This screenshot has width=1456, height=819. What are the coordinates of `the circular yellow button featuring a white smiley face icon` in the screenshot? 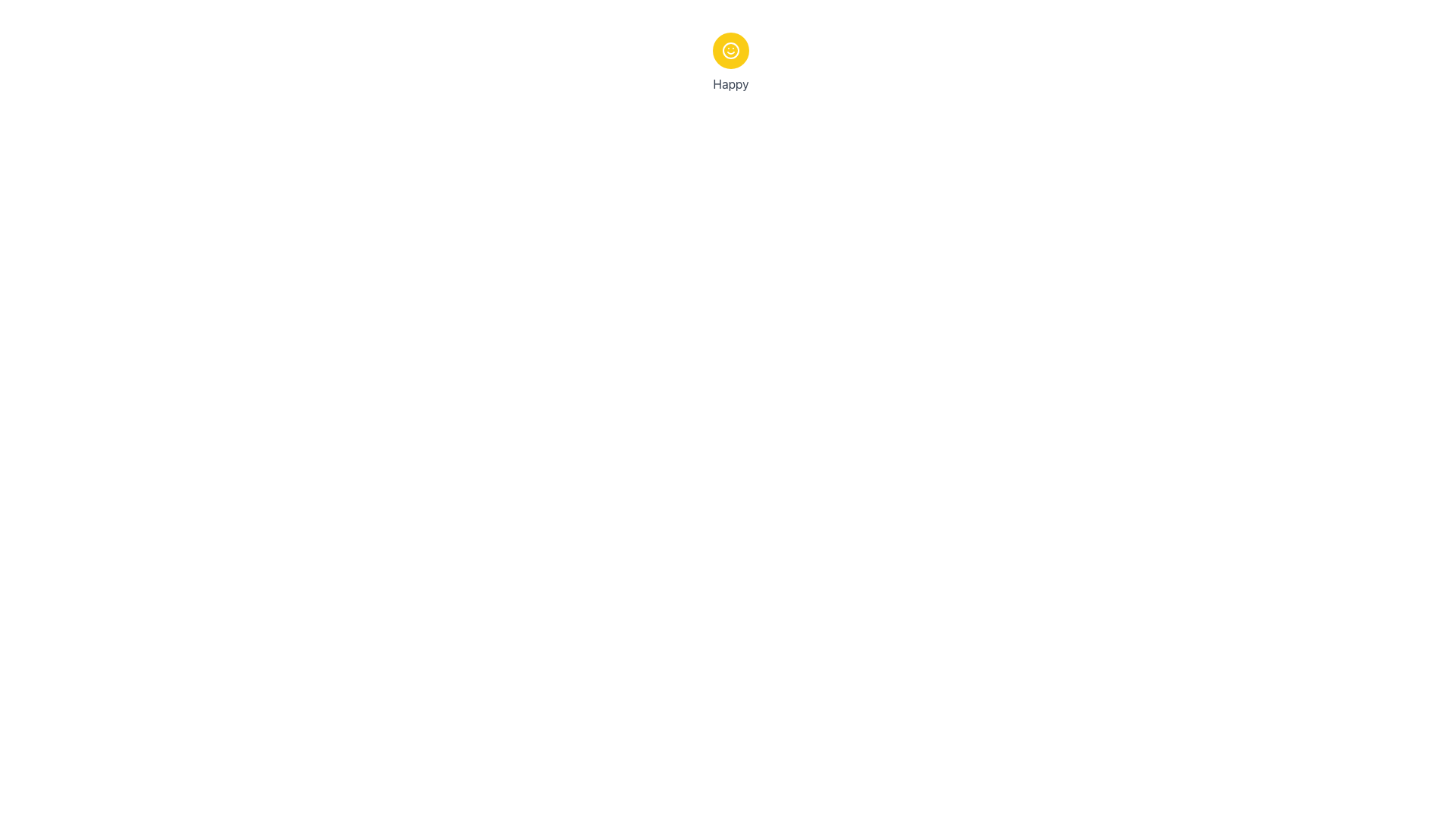 It's located at (731, 49).